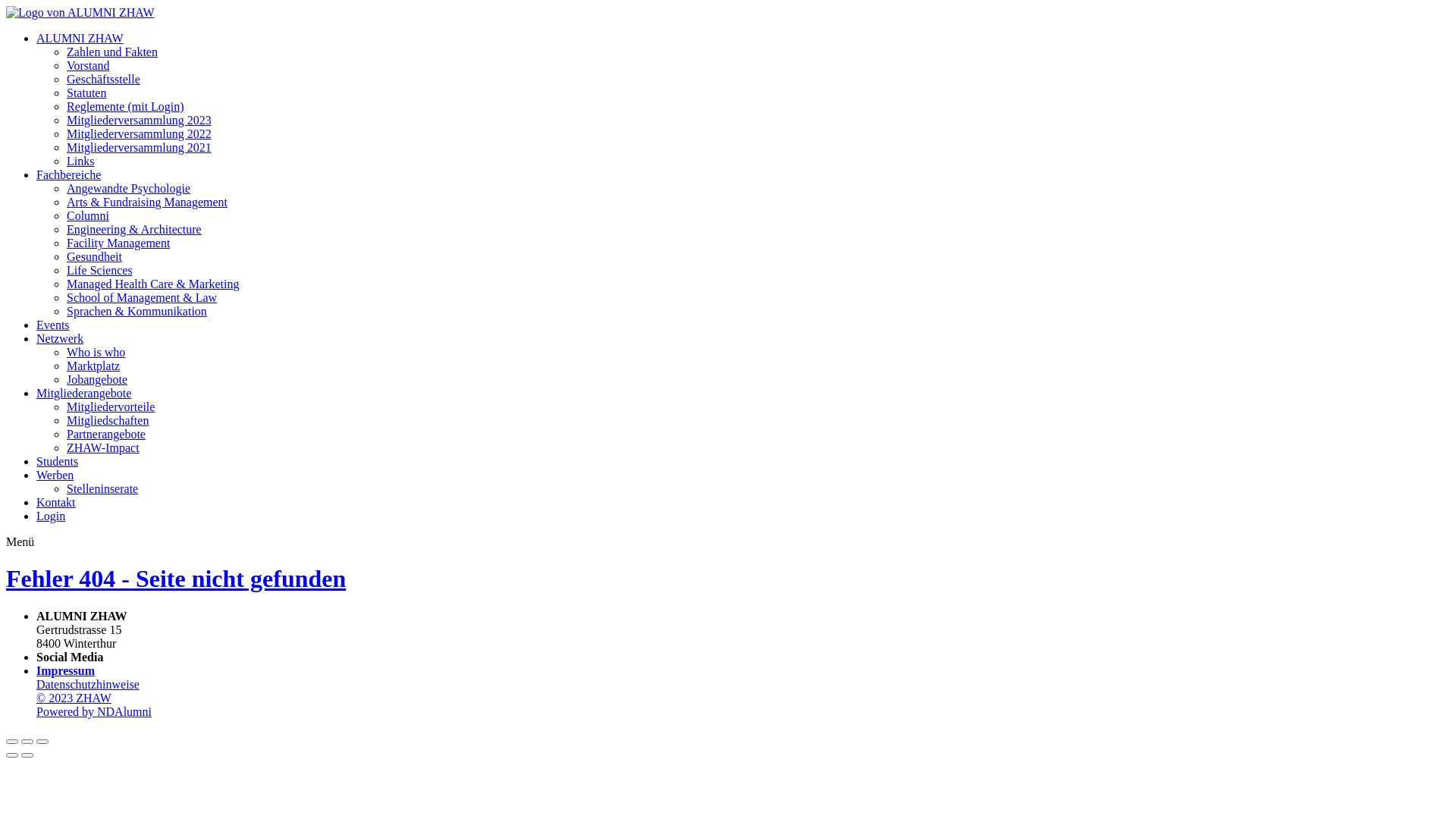 The width and height of the screenshot is (1456, 819). Describe the element at coordinates (65, 187) in the screenshot. I see `'Angewandte Psychologie'` at that location.